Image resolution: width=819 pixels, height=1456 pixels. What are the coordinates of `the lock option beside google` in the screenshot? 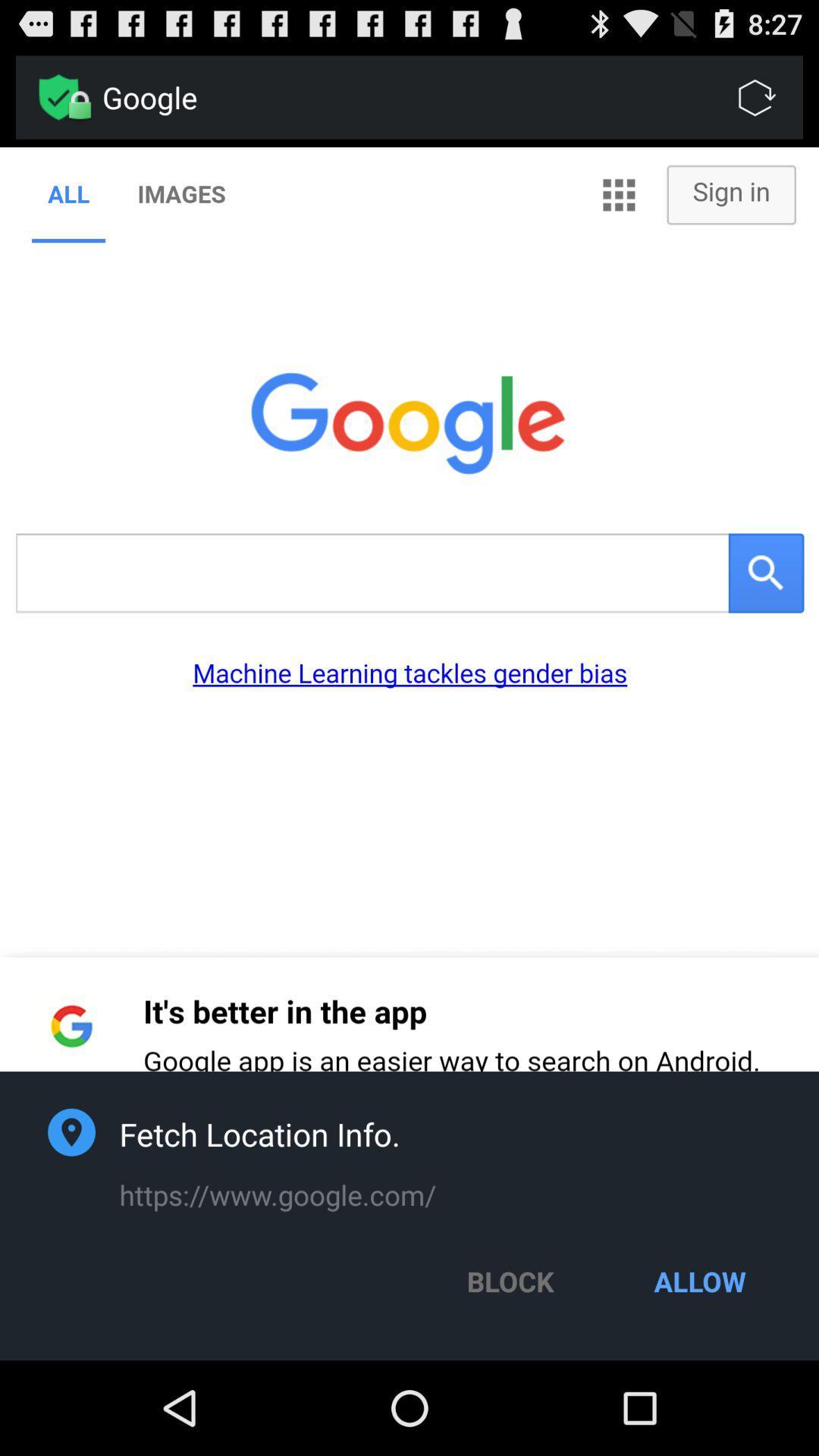 It's located at (80, 105).